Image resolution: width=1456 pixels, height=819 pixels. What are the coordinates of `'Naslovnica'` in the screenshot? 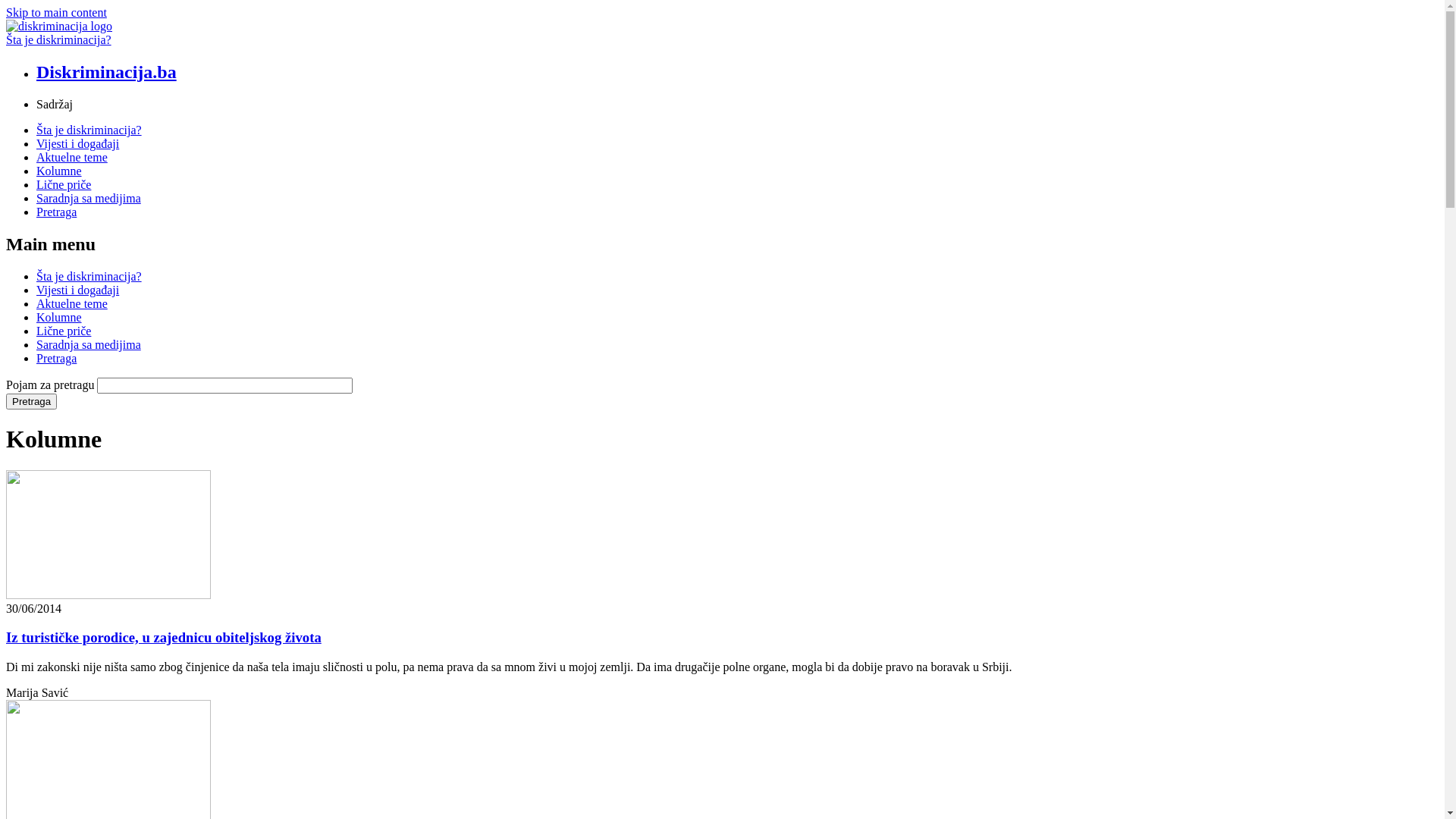 It's located at (58, 26).